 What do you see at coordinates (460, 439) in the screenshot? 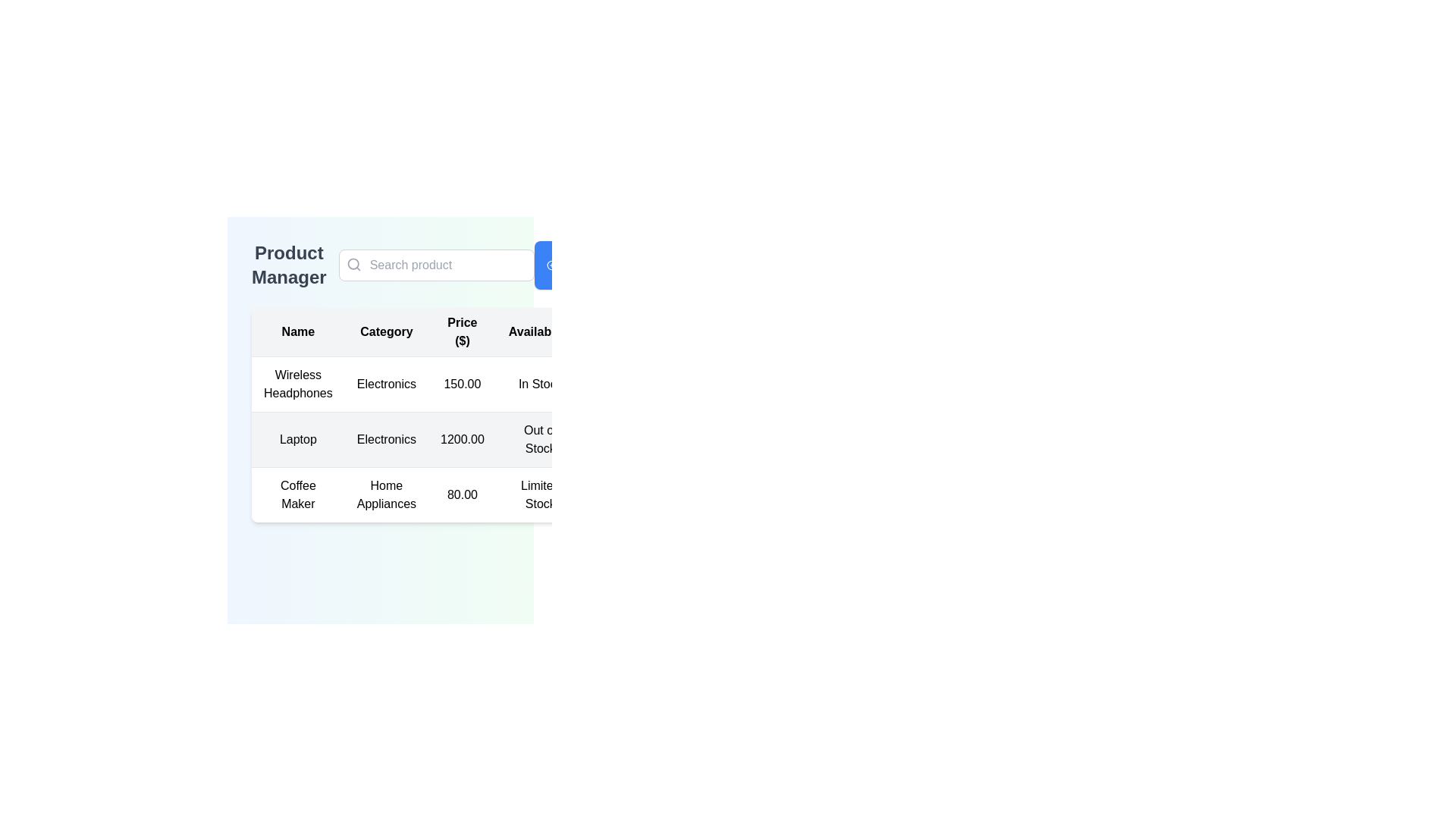
I see `the individual cells of the second row in the table displaying information about the 'Laptop' product, which has a light gray background and includes columns for Name, Category, Price, and Availability` at bounding box center [460, 439].